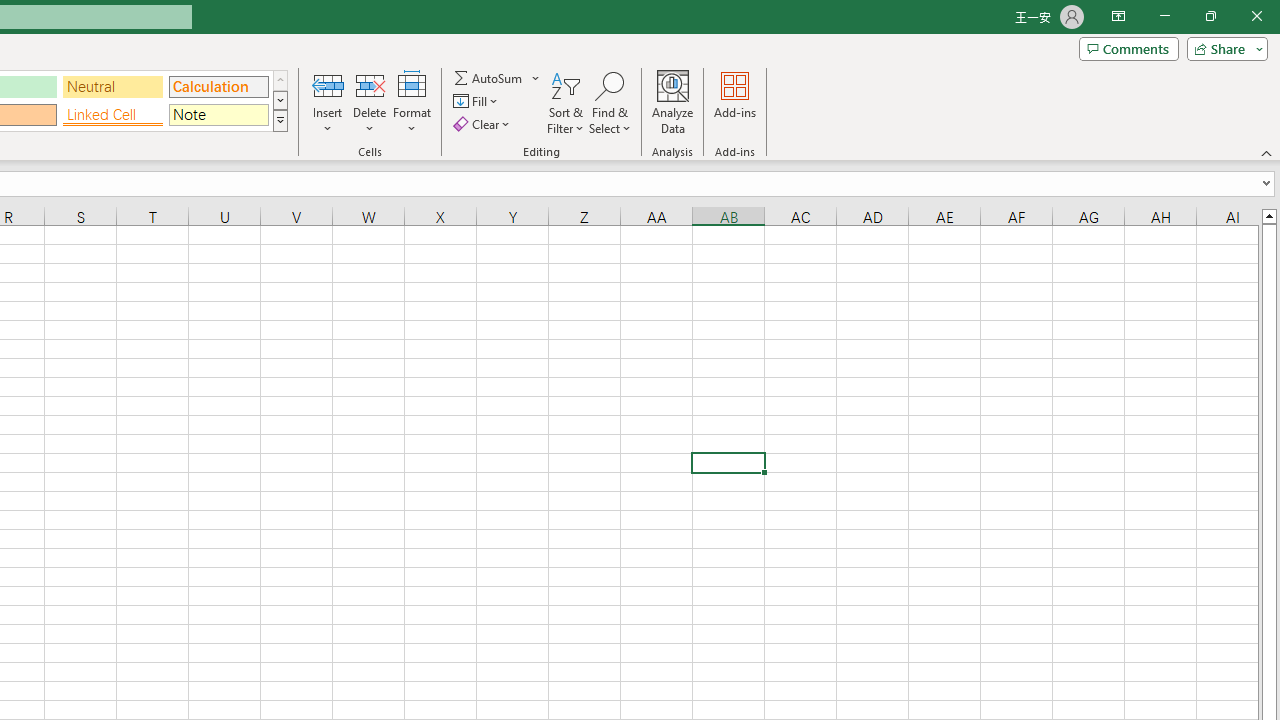  I want to click on 'Fill', so click(477, 101).